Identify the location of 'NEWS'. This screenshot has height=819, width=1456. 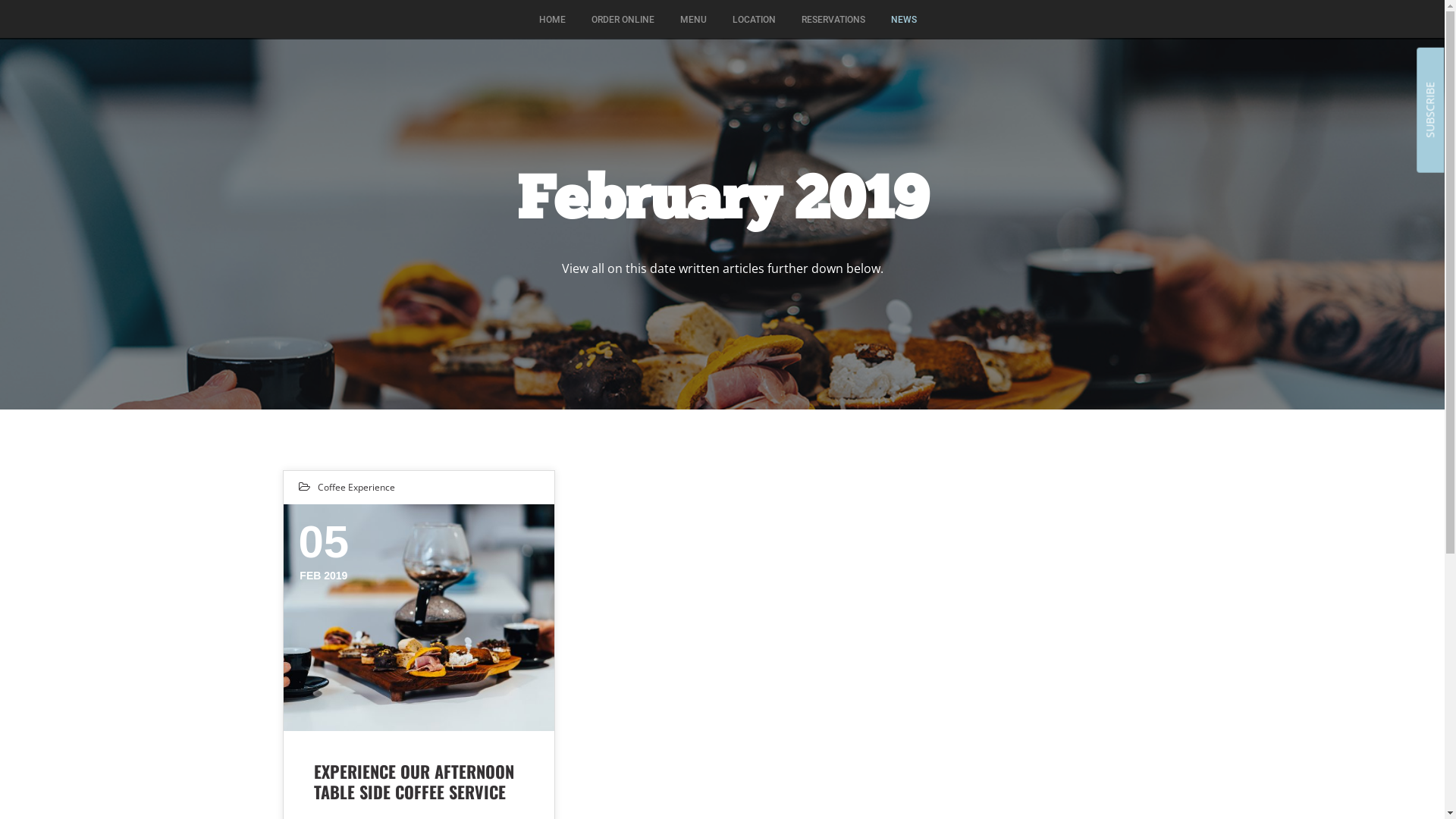
(880, 20).